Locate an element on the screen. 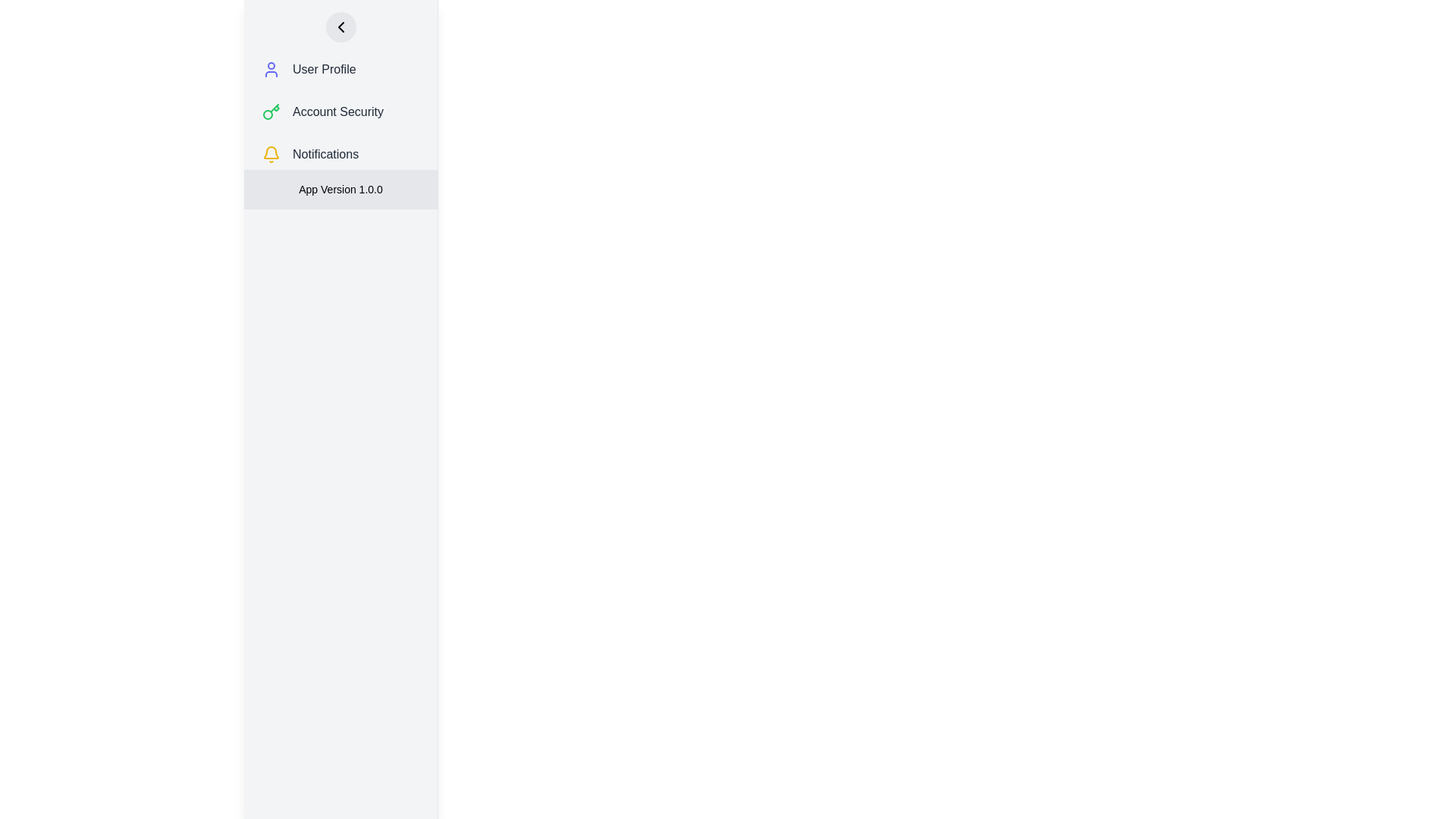  the 'User Profile' text label in the vertical navigation menu, which is displayed in dark gray and slightly bold font, immediately below the user profile icon is located at coordinates (323, 70).